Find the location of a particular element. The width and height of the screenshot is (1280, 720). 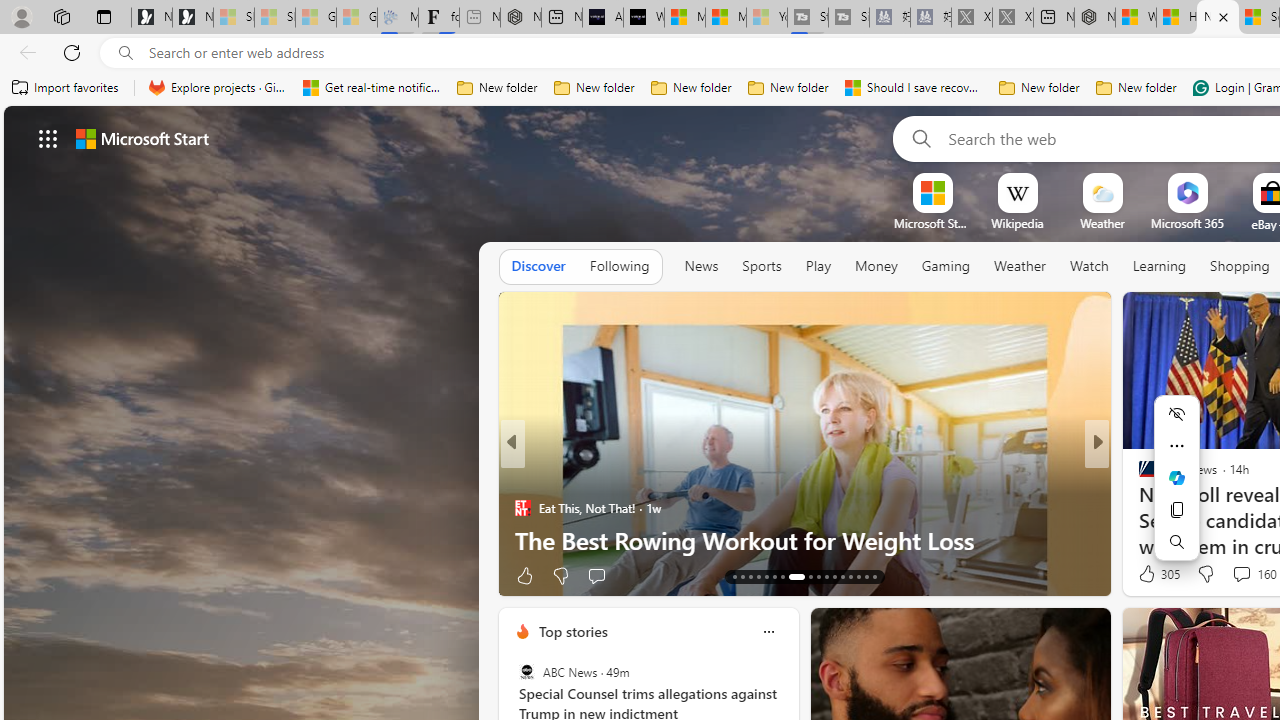

'Hide menu' is located at coordinates (1176, 412).